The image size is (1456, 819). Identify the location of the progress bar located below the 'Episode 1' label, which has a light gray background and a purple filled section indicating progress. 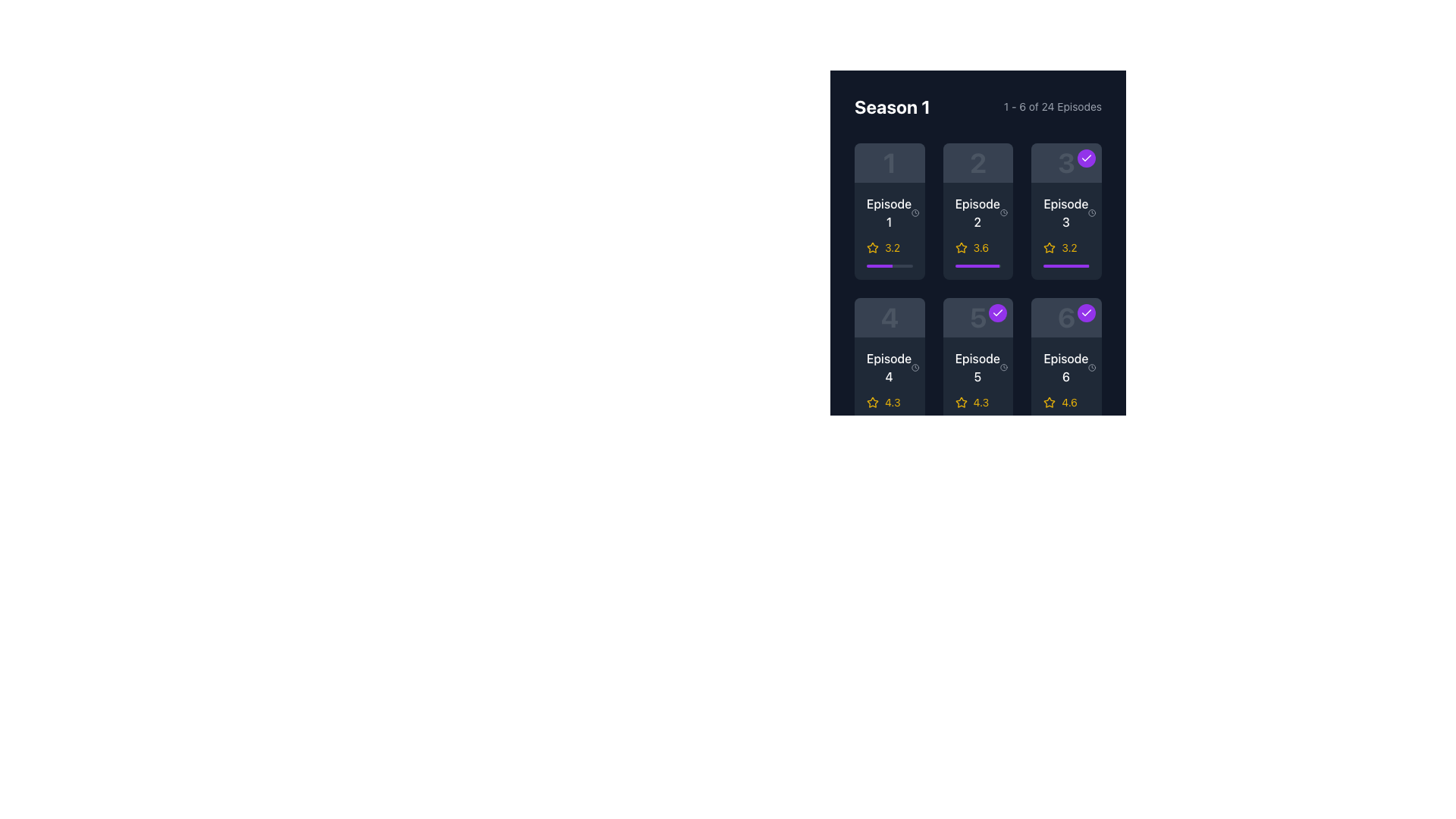
(890, 265).